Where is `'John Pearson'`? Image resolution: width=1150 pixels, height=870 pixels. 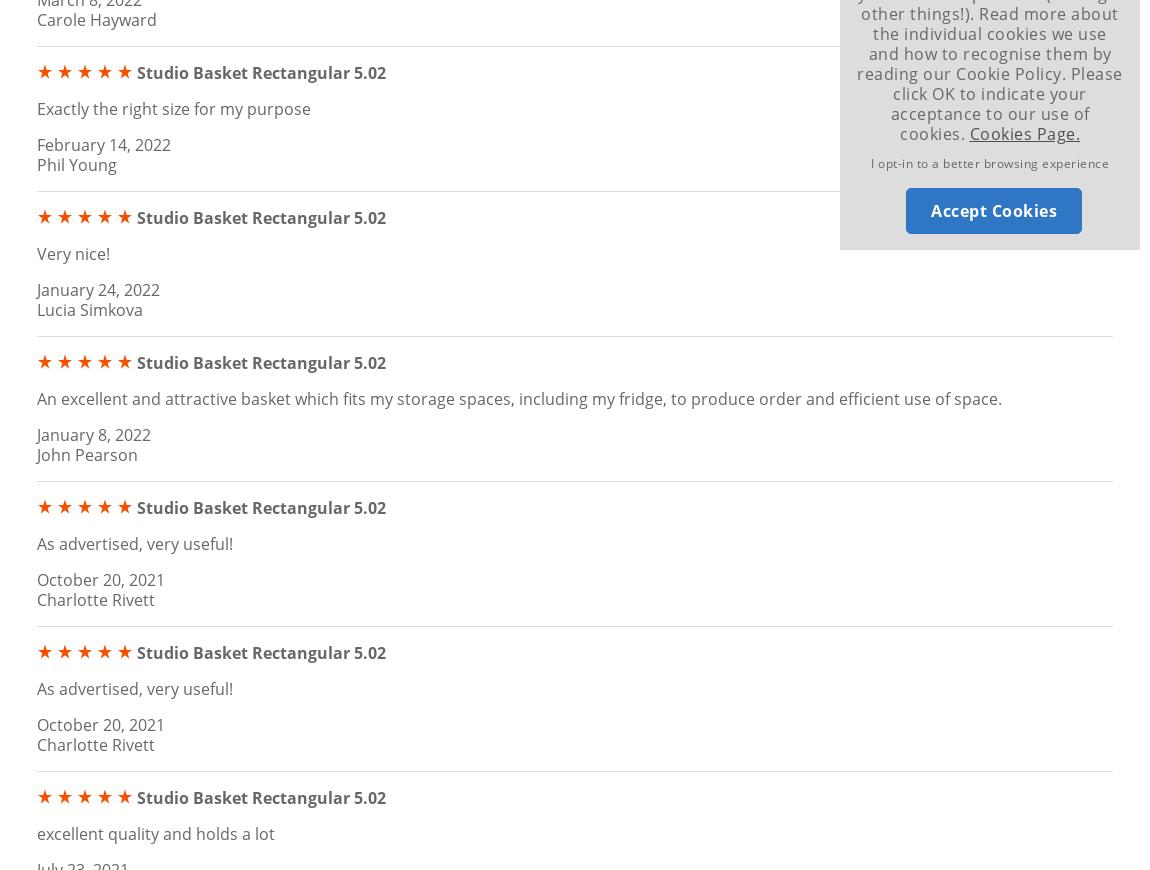 'John Pearson' is located at coordinates (86, 452).